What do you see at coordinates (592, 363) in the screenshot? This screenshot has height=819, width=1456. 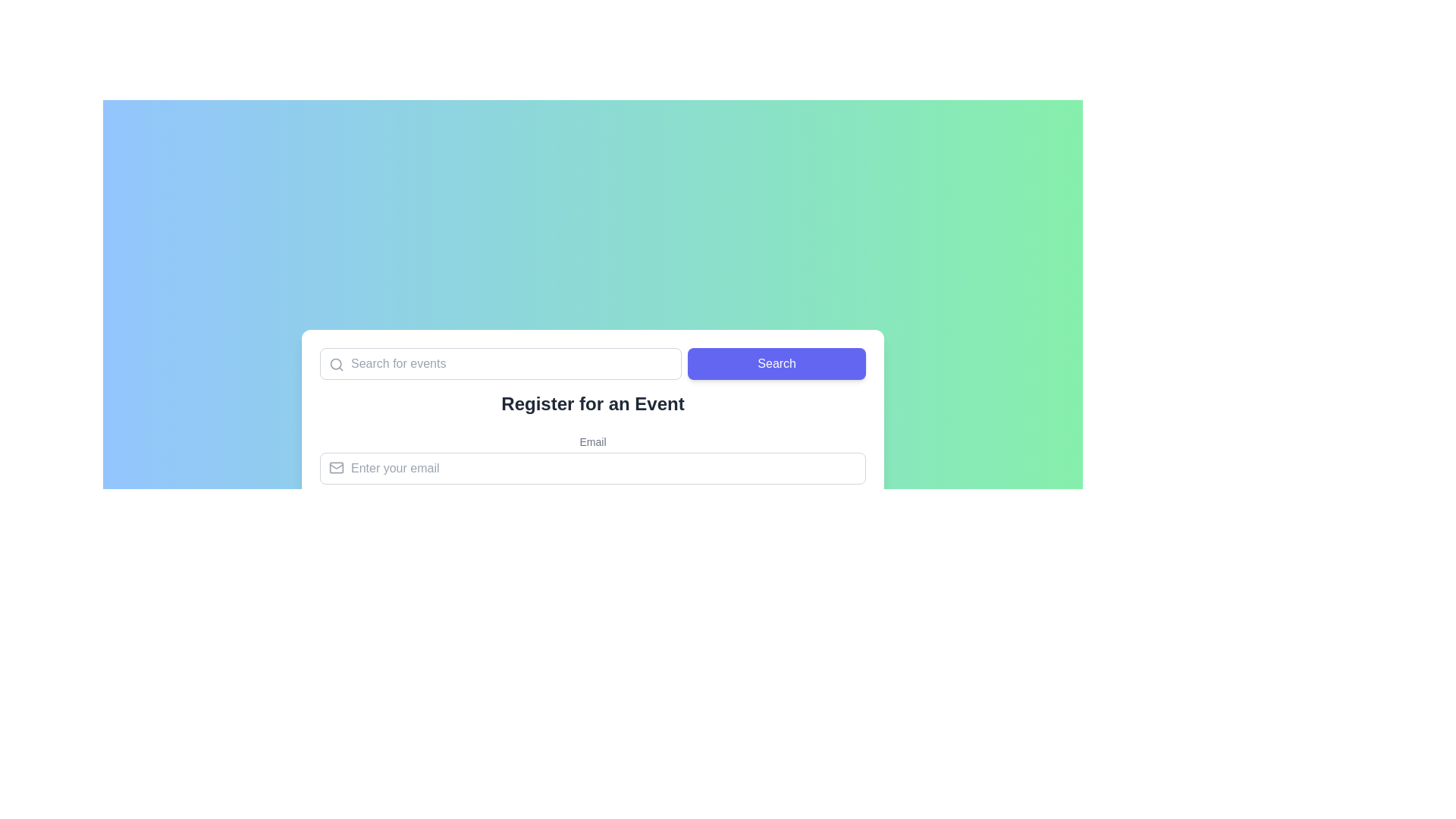 I see `the button of the combined input field and button group located near the top of the white panel` at bounding box center [592, 363].